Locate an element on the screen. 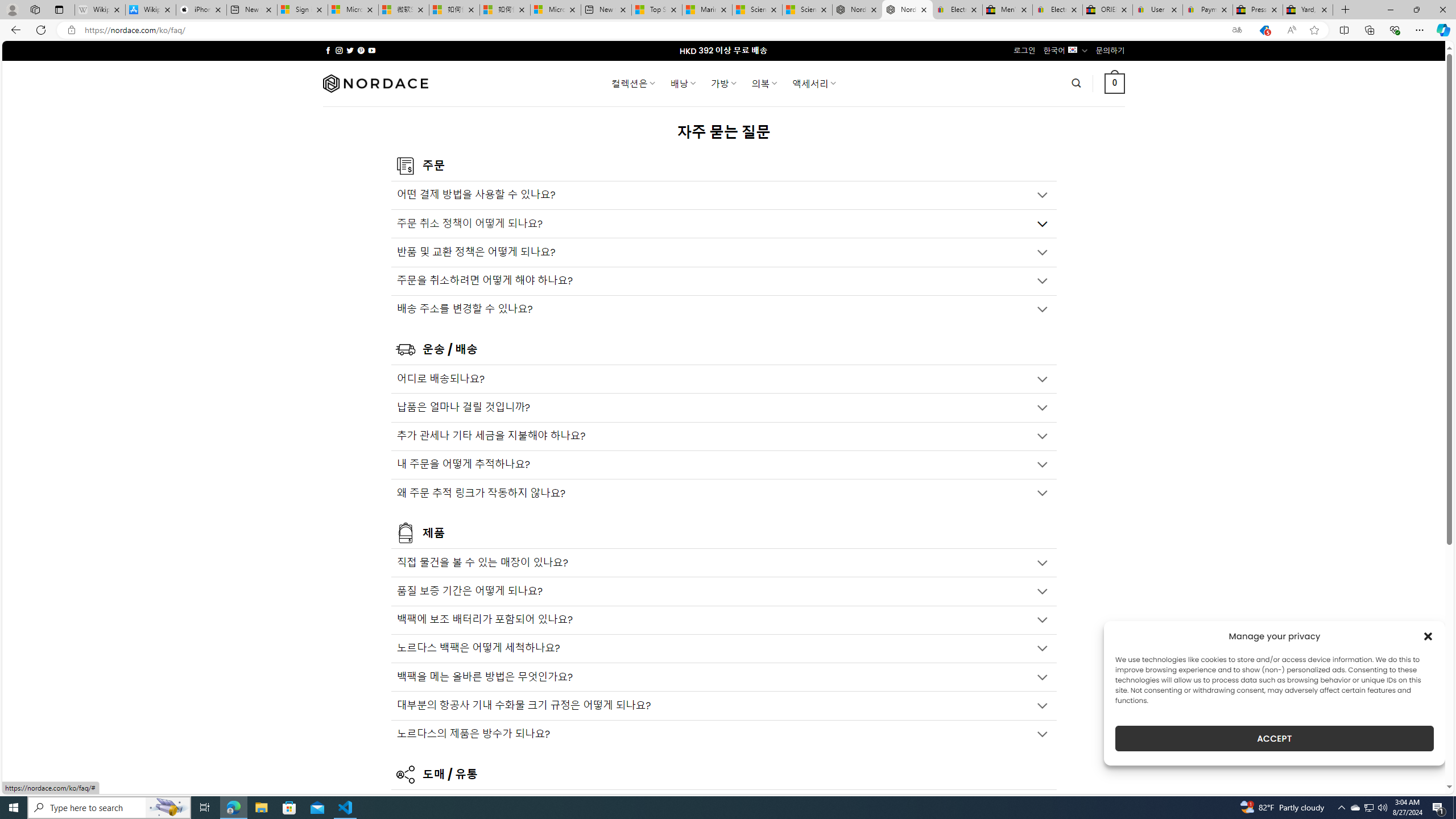 This screenshot has height=819, width=1456. 'Microsoft account | Account Checkup' is located at coordinates (555, 9).